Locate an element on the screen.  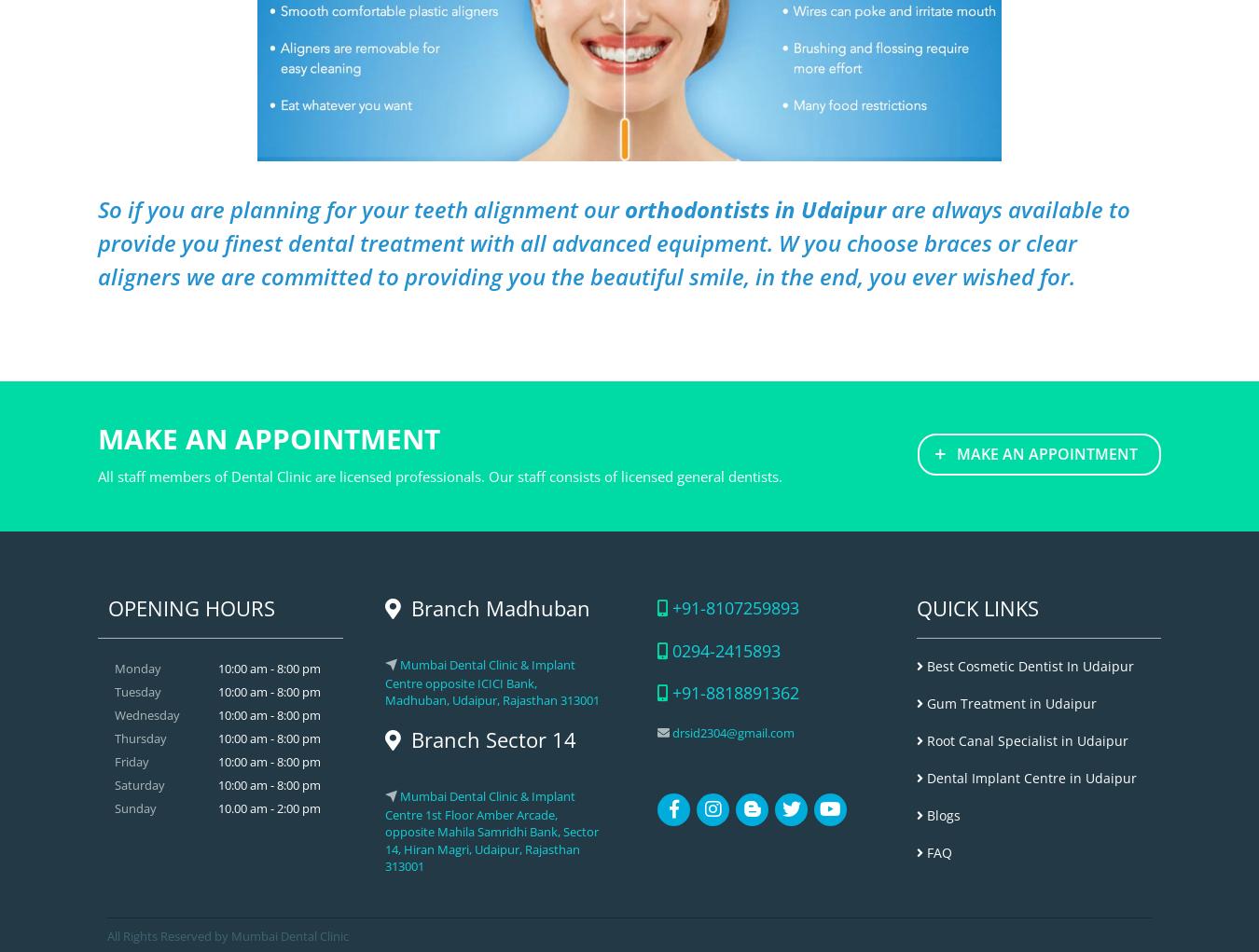
'orthodontists in Udaipur' is located at coordinates (755, 208).